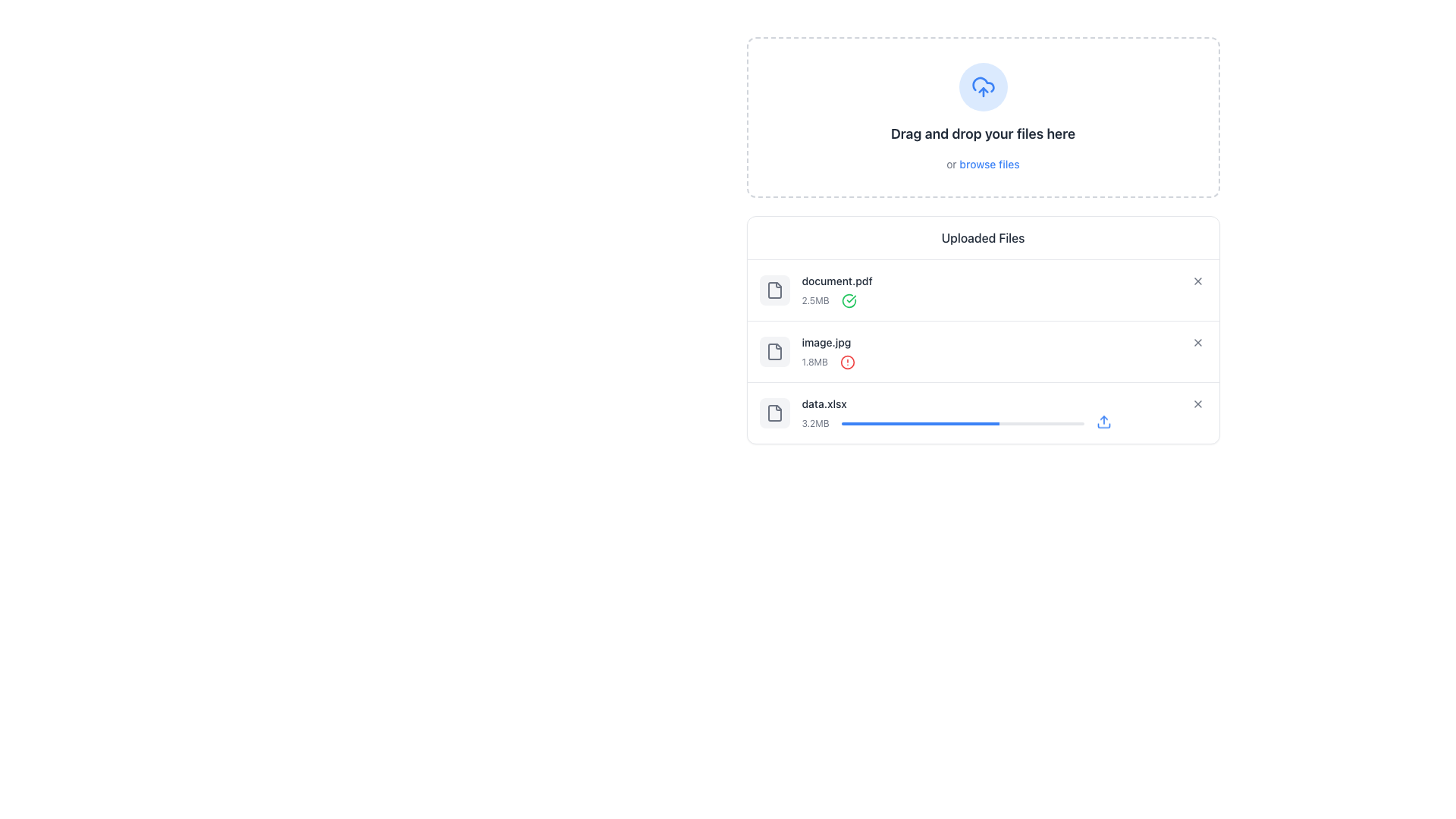 This screenshot has width=1456, height=819. Describe the element at coordinates (983, 237) in the screenshot. I see `the text label that indicates the section for uploaded files, positioned at the top center of the file-related information area` at that location.